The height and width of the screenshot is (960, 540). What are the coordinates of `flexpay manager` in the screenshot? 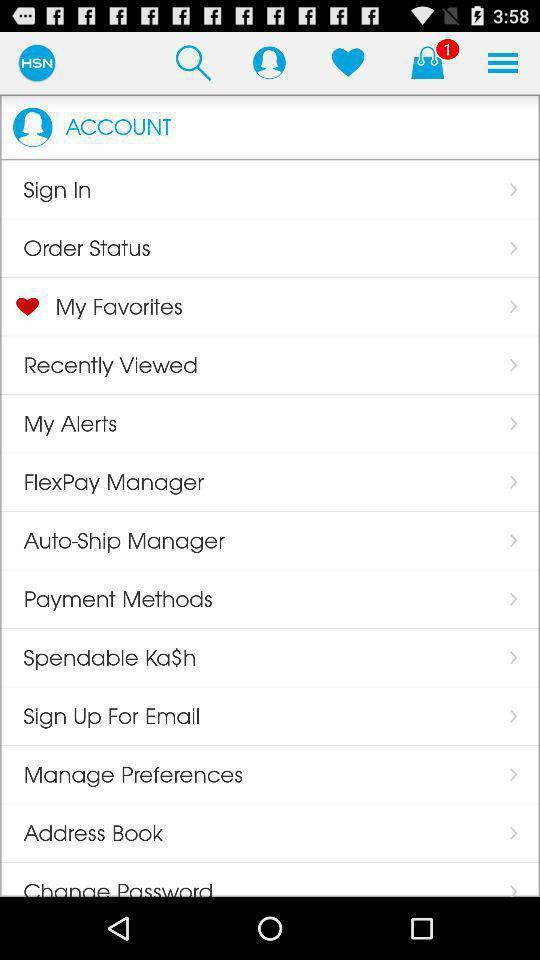 It's located at (102, 481).